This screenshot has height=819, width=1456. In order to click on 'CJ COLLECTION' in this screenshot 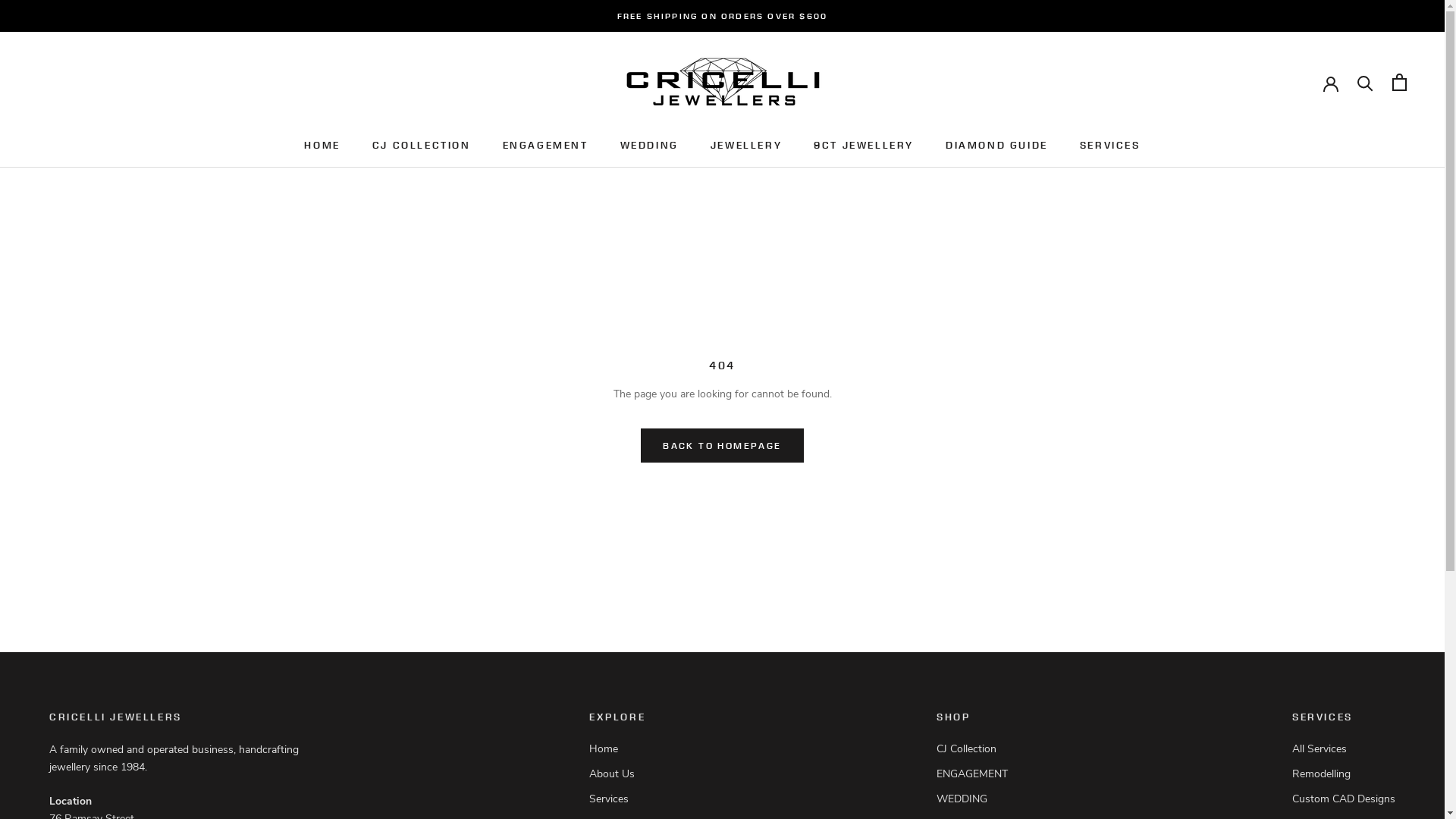, I will do `click(422, 145)`.